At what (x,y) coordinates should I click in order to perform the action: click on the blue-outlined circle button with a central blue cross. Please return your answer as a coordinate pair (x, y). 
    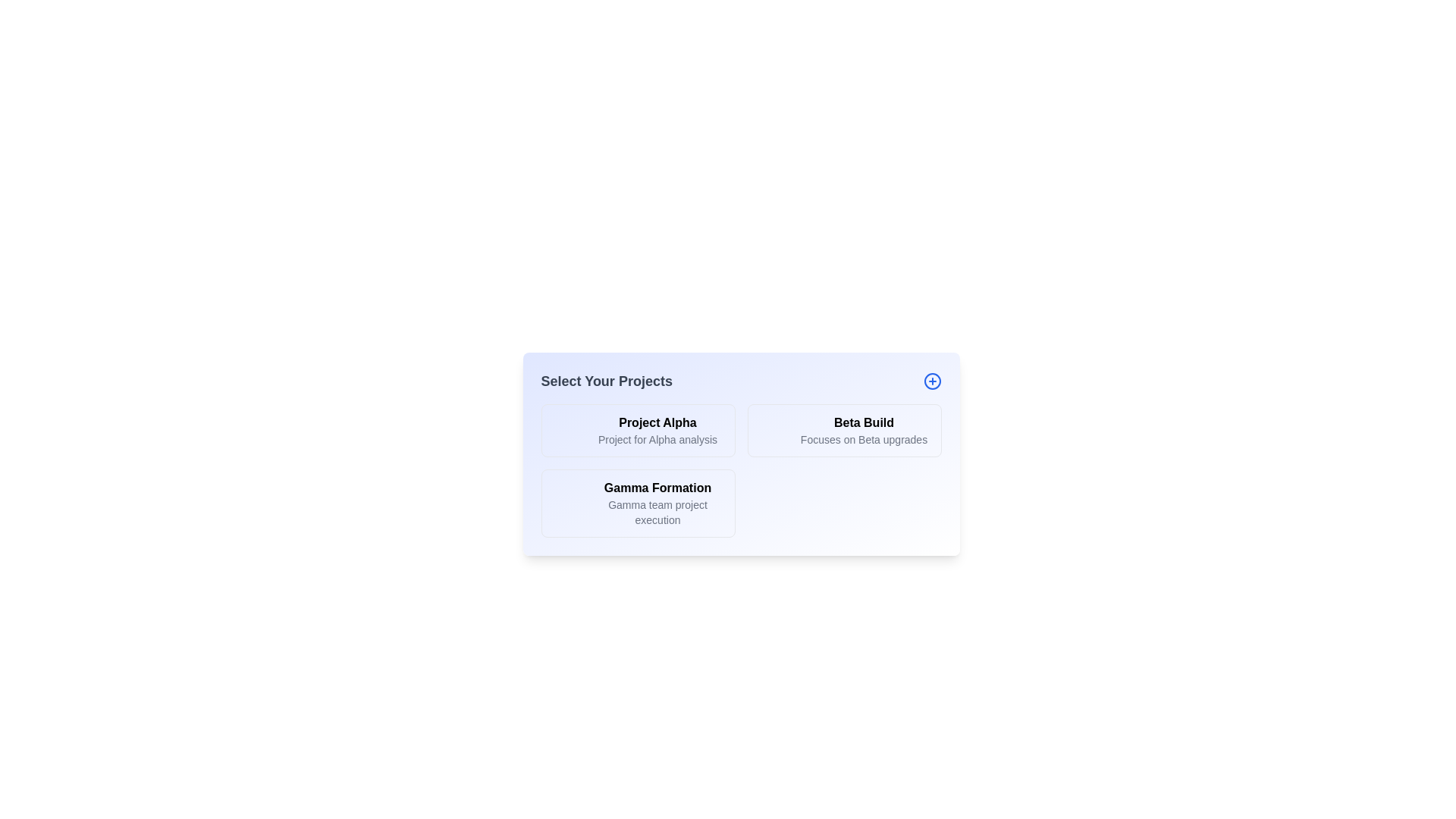
    Looking at the image, I should click on (931, 380).